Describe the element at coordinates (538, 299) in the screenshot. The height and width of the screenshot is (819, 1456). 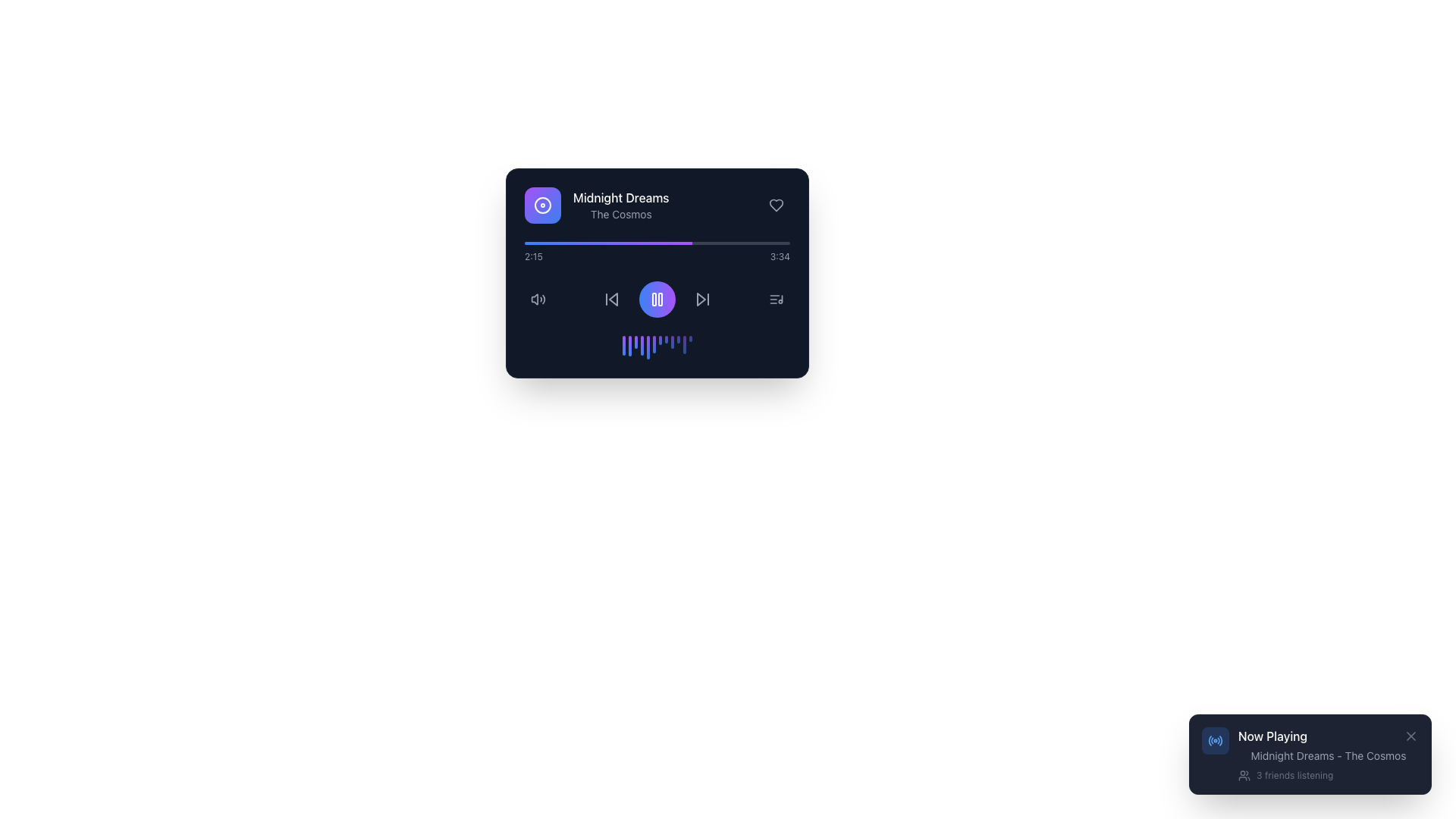
I see `the volume control button, which is a speaker icon with sound waves, located on the left side of the control panel` at that location.